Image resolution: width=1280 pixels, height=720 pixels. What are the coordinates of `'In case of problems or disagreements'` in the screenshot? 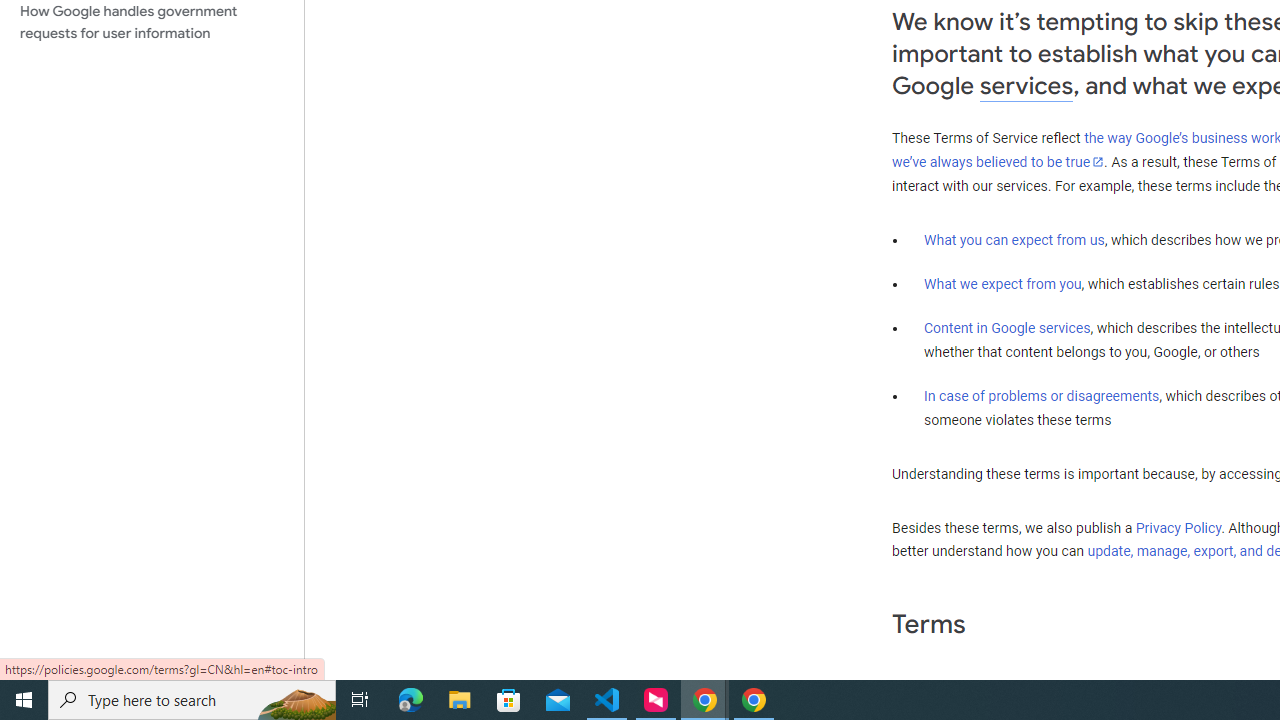 It's located at (1040, 396).